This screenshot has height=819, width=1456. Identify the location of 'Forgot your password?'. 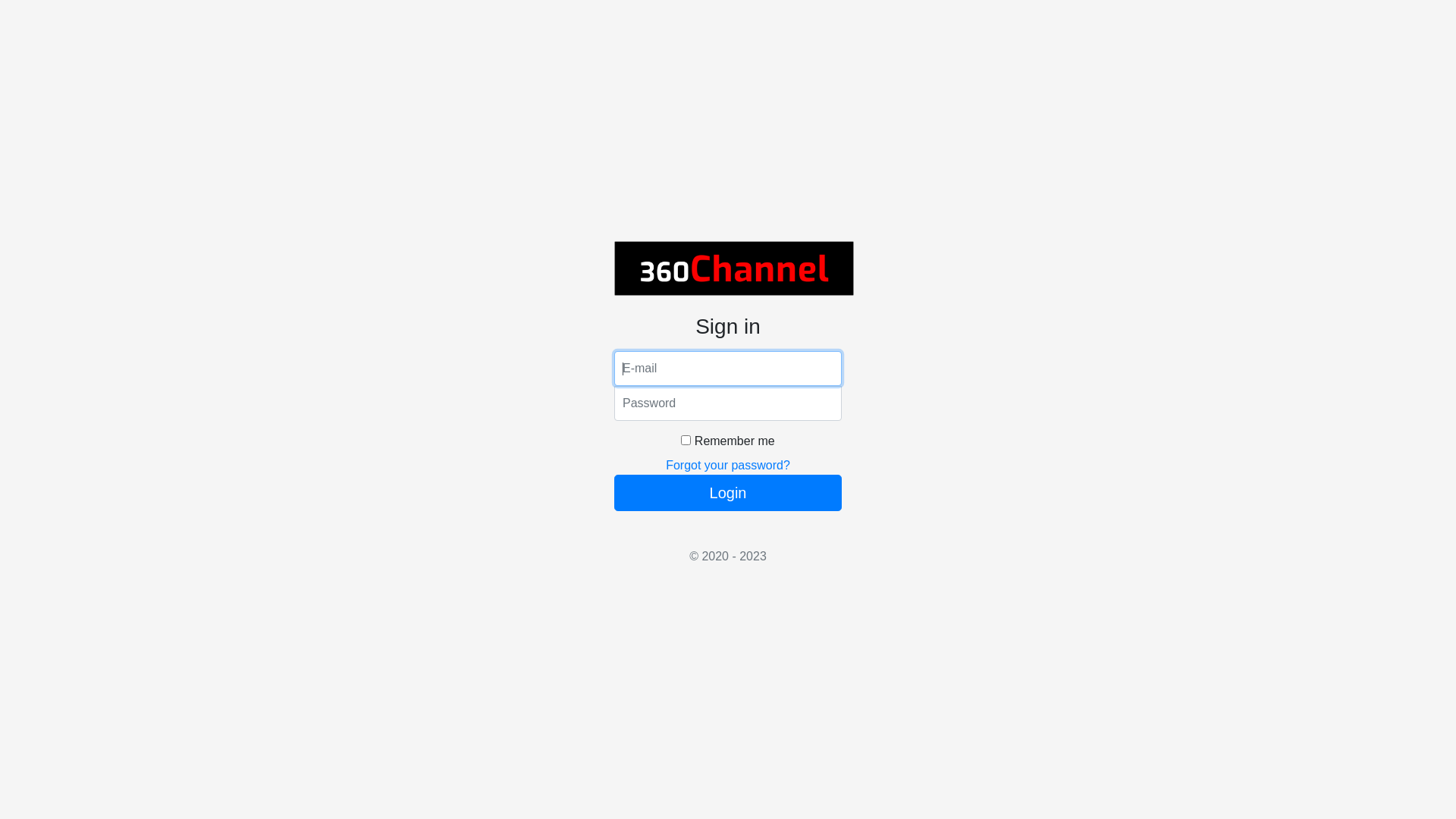
(728, 464).